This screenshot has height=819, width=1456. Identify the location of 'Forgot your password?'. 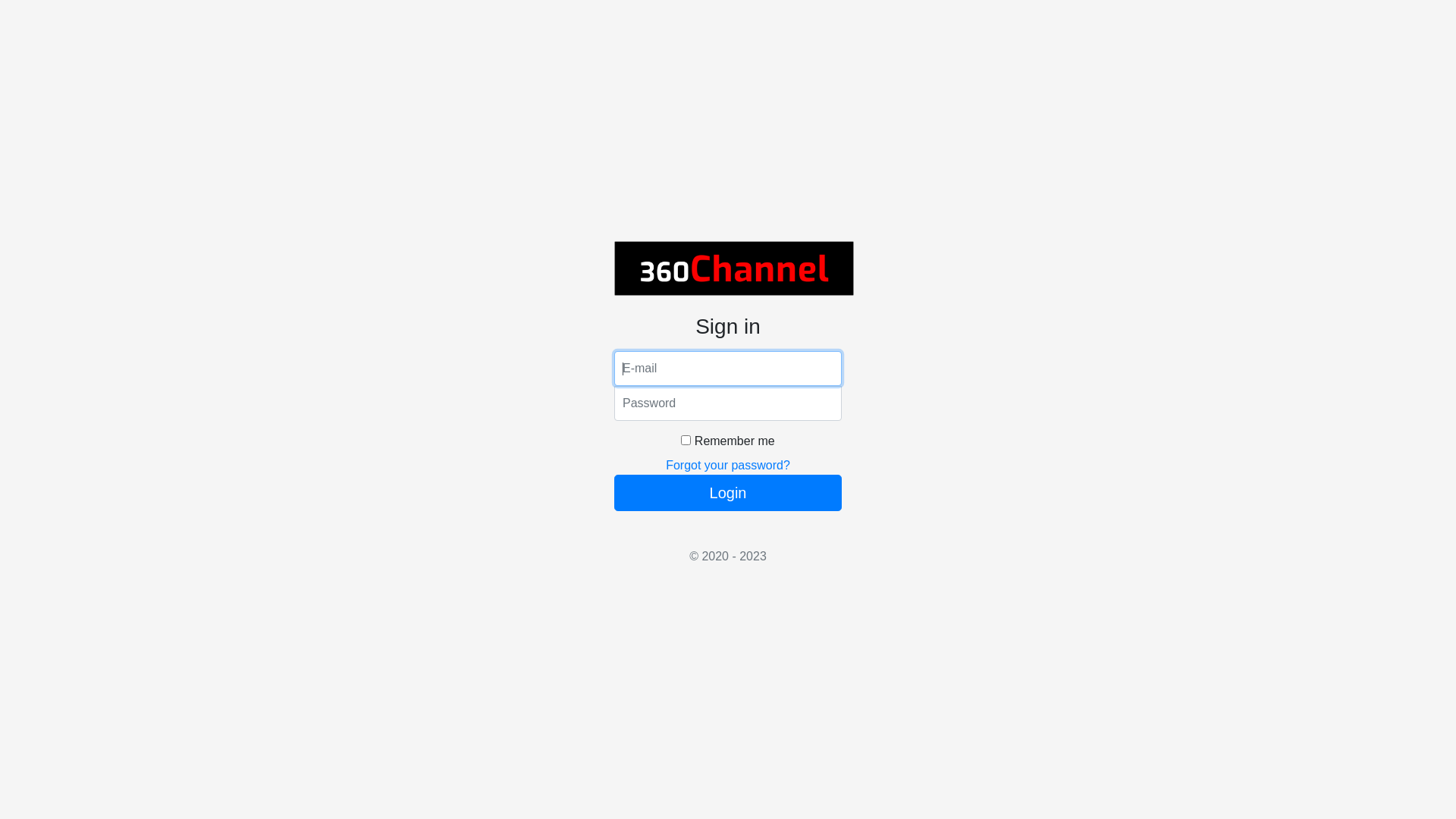
(728, 464).